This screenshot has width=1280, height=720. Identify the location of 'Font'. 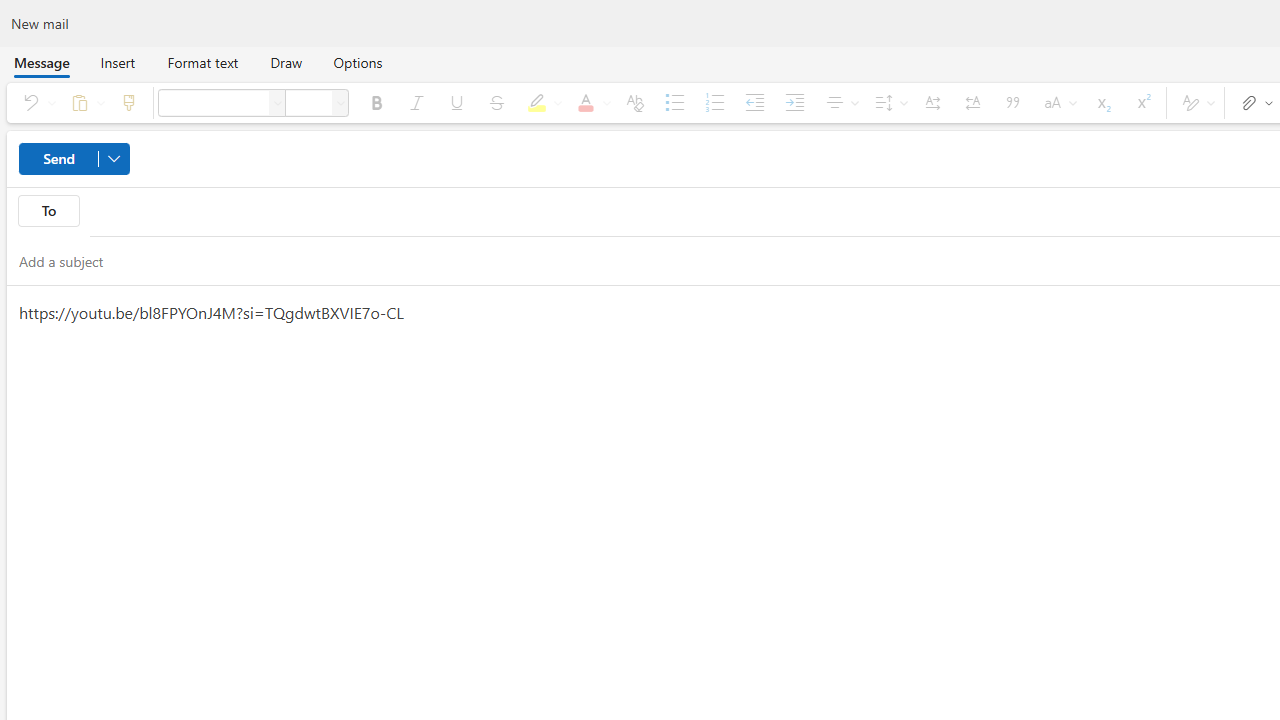
(213, 102).